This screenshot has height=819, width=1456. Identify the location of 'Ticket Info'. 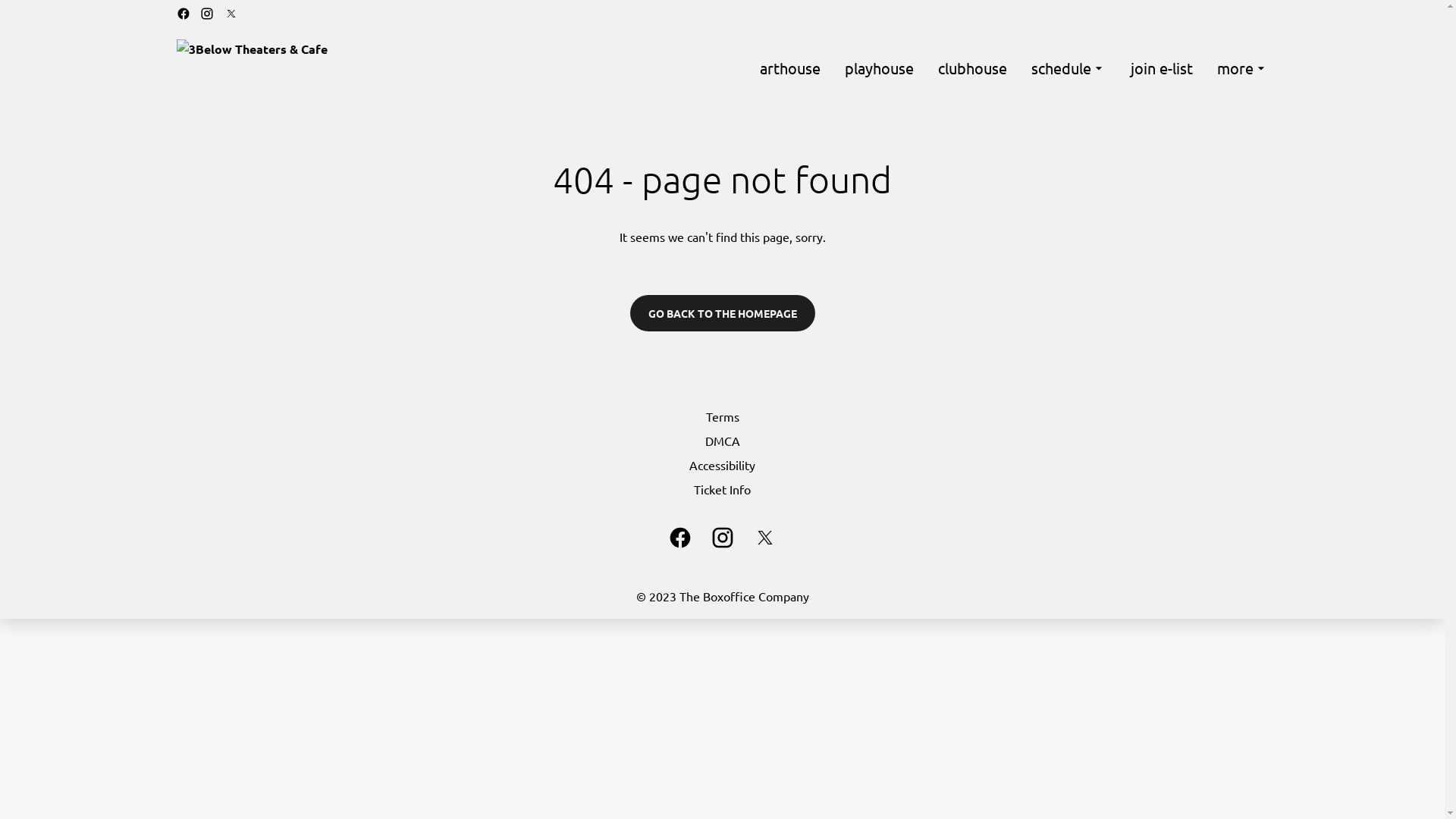
(720, 488).